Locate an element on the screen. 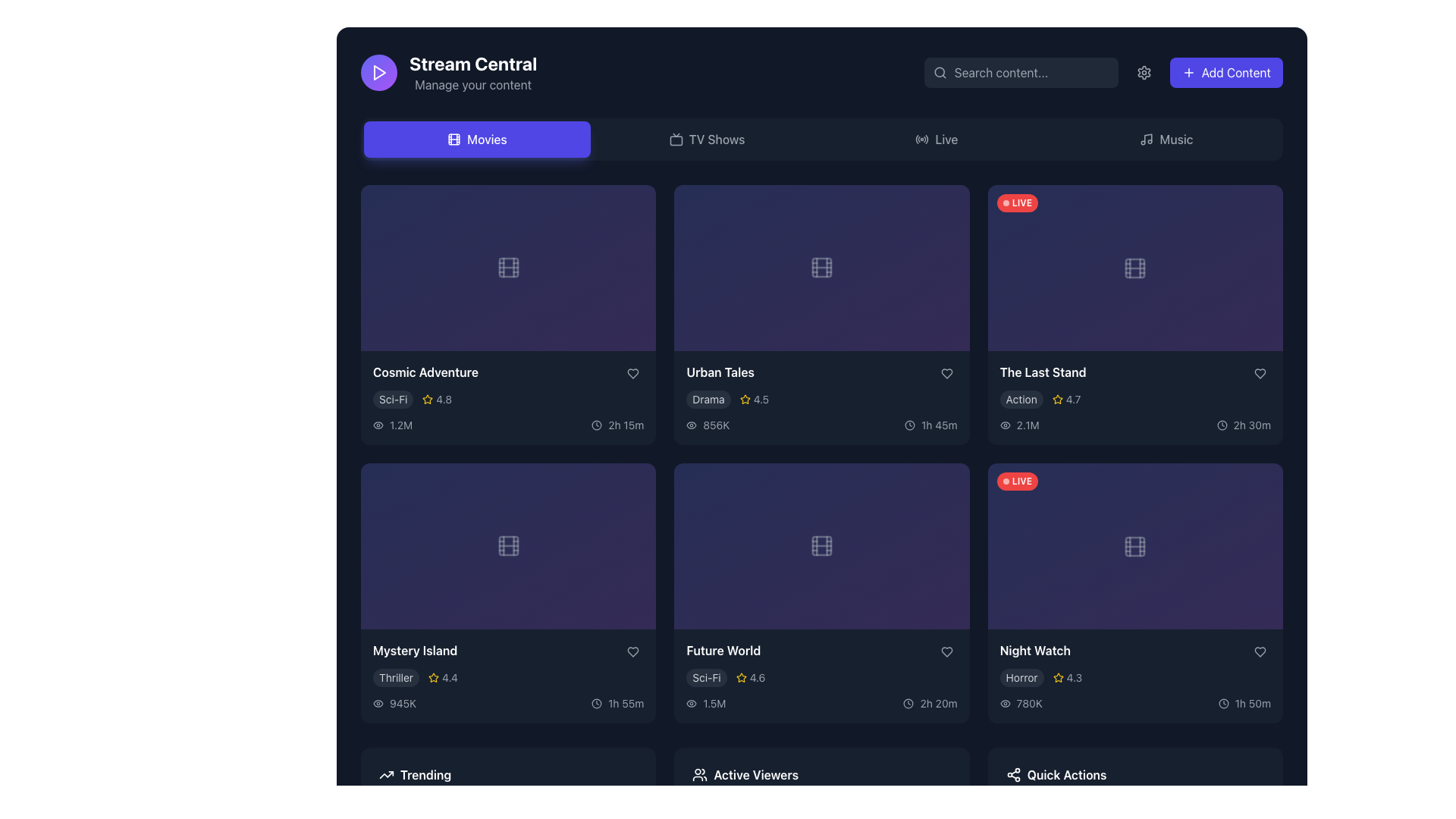 This screenshot has width=1456, height=819. the star icon that visually indicates a rating of 4.6, located in the third card on the second row of content in the grid layout next to the numeric text '4.6' under the card labeled 'Future World' is located at coordinates (741, 677).